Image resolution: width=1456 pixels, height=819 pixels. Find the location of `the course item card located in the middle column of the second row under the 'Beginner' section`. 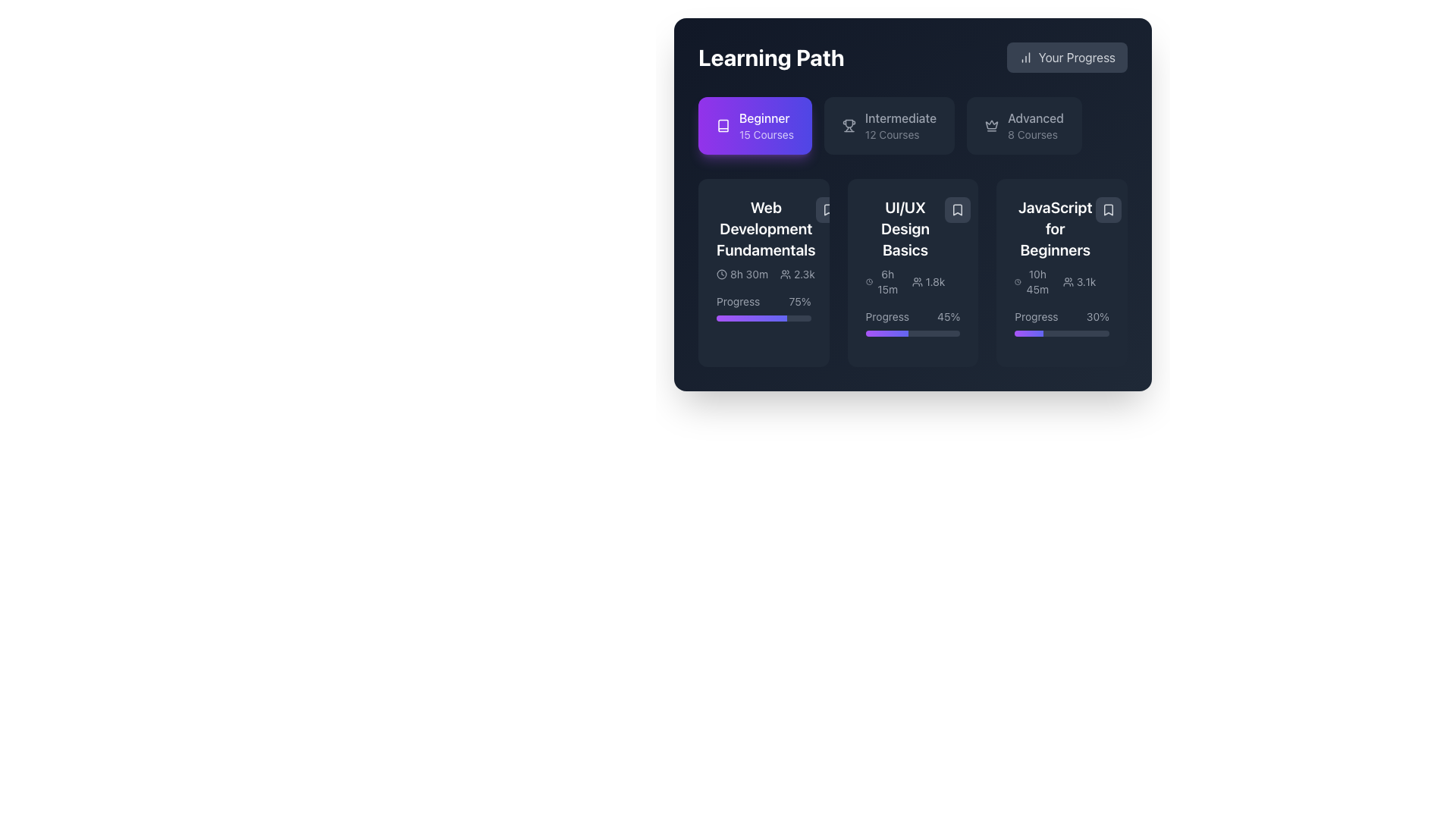

the course item card located in the middle column of the second row under the 'Beginner' section is located at coordinates (905, 246).